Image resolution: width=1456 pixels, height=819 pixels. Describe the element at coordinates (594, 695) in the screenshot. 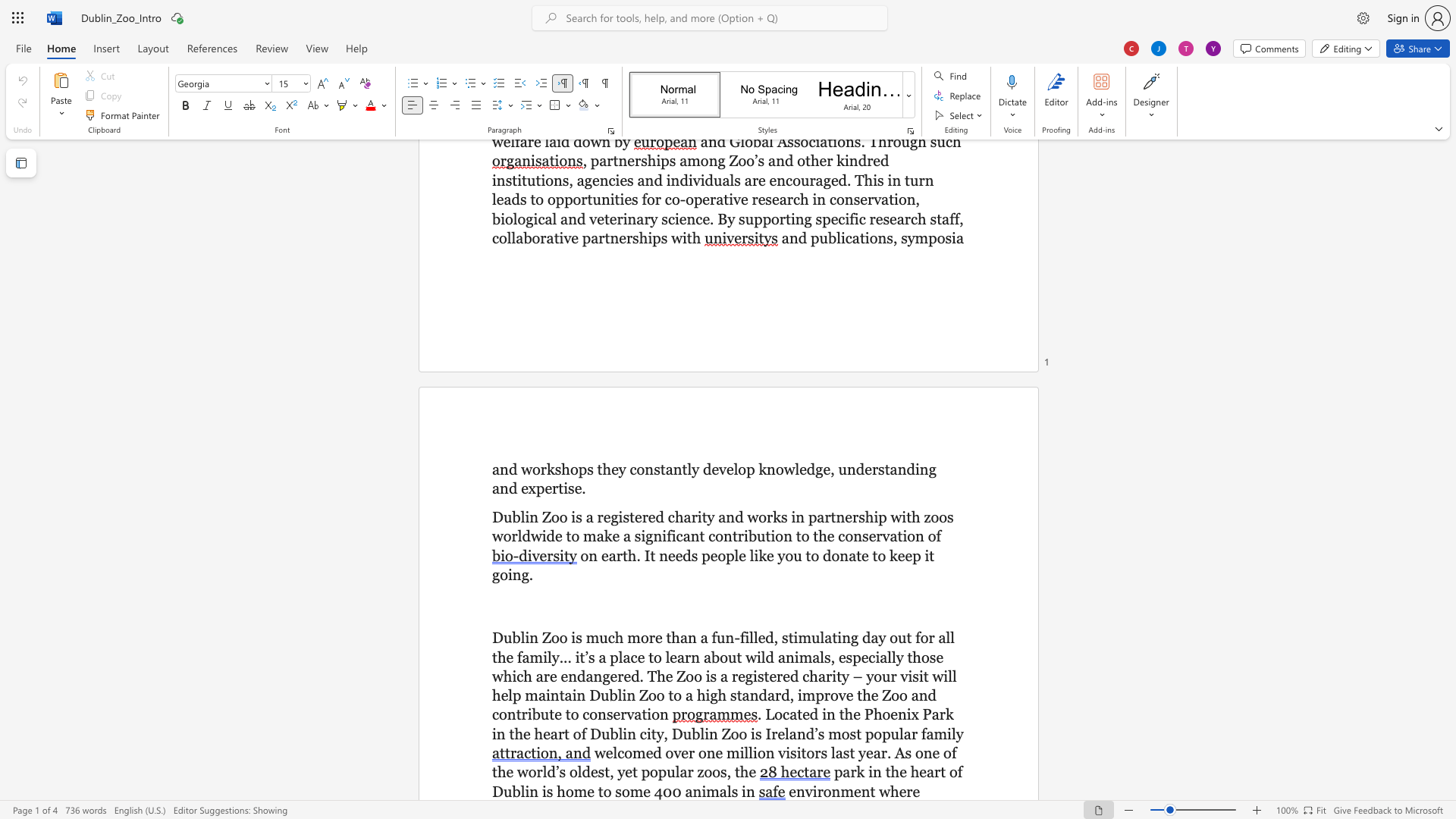

I see `the 1th character "D" in the text` at that location.